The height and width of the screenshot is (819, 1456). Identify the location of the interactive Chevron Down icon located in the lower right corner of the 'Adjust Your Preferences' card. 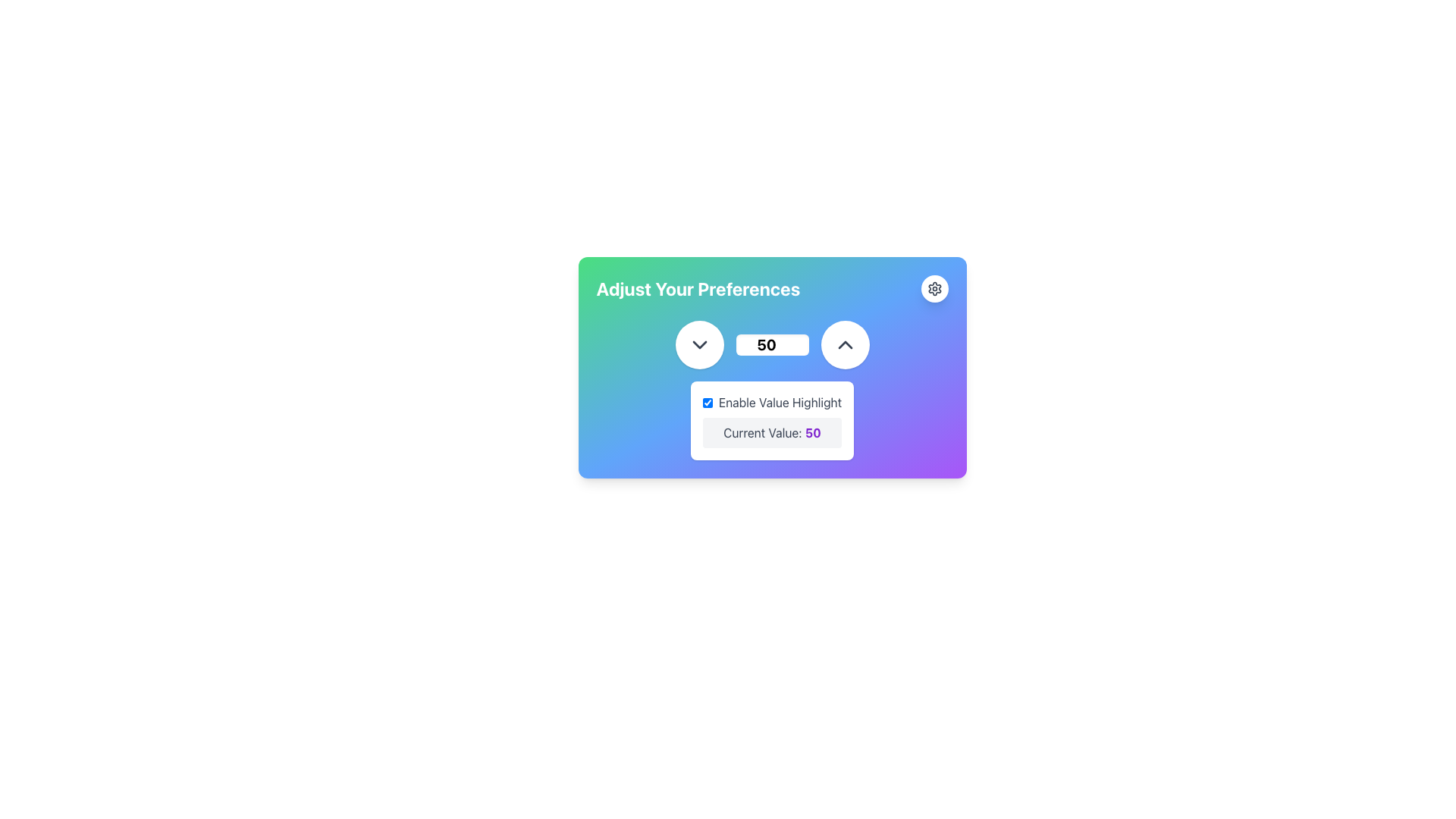
(698, 345).